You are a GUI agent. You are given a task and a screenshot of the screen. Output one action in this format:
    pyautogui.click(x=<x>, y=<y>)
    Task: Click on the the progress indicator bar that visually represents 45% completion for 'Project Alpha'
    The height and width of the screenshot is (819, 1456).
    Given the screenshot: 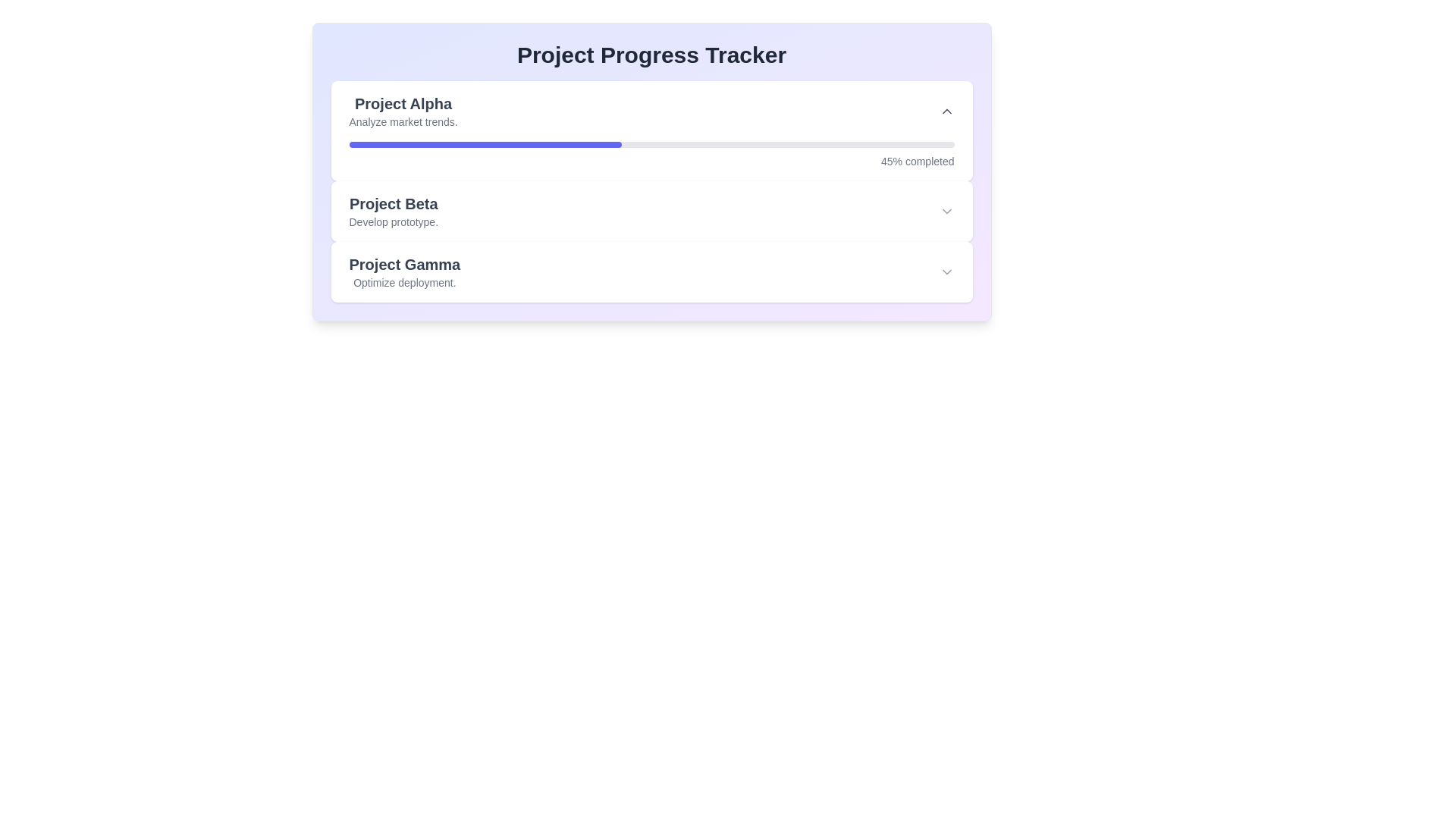 What is the action you would take?
    pyautogui.click(x=485, y=145)
    